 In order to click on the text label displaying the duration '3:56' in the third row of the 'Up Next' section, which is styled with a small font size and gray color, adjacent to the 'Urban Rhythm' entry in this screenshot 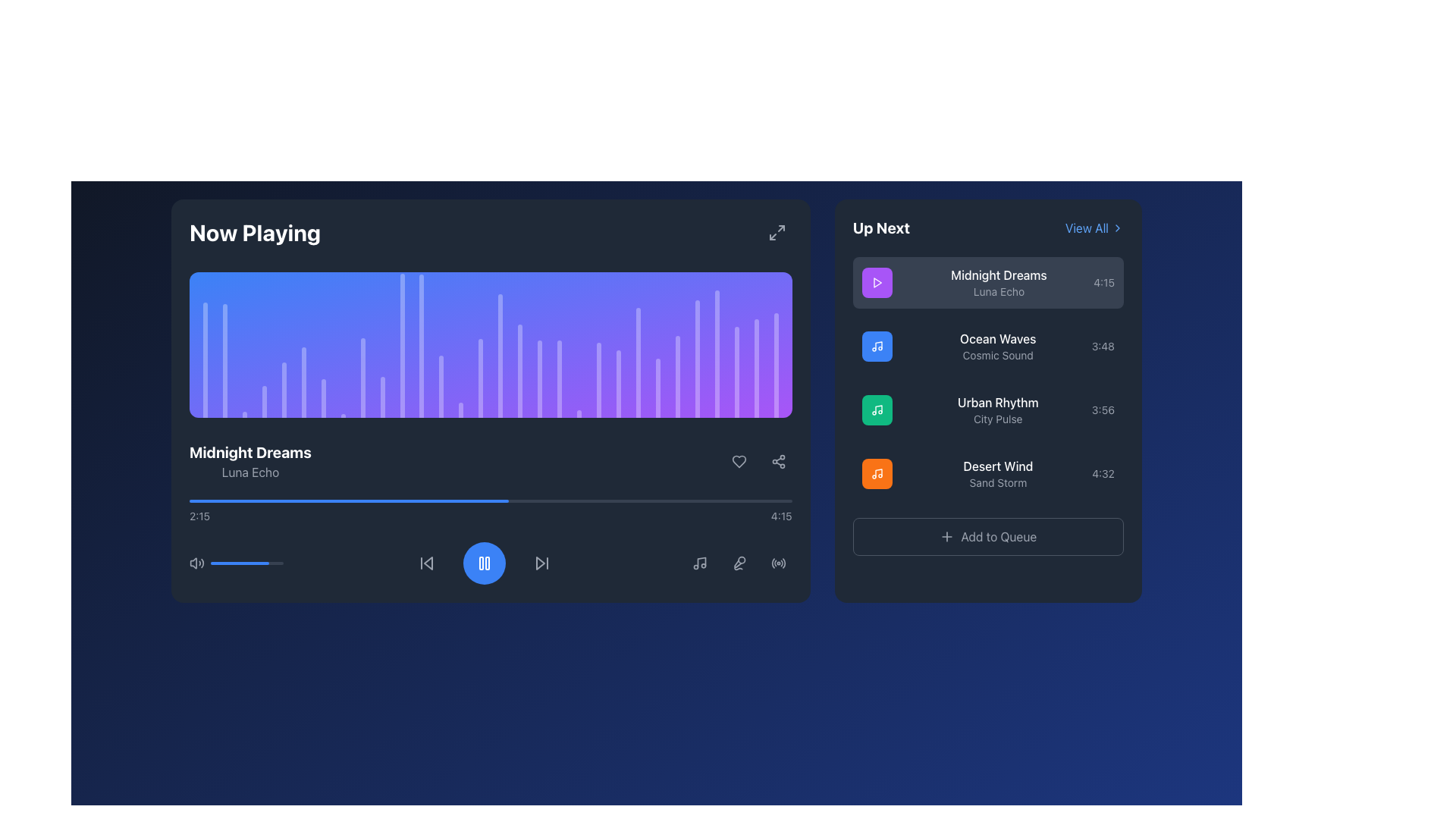, I will do `click(1103, 409)`.